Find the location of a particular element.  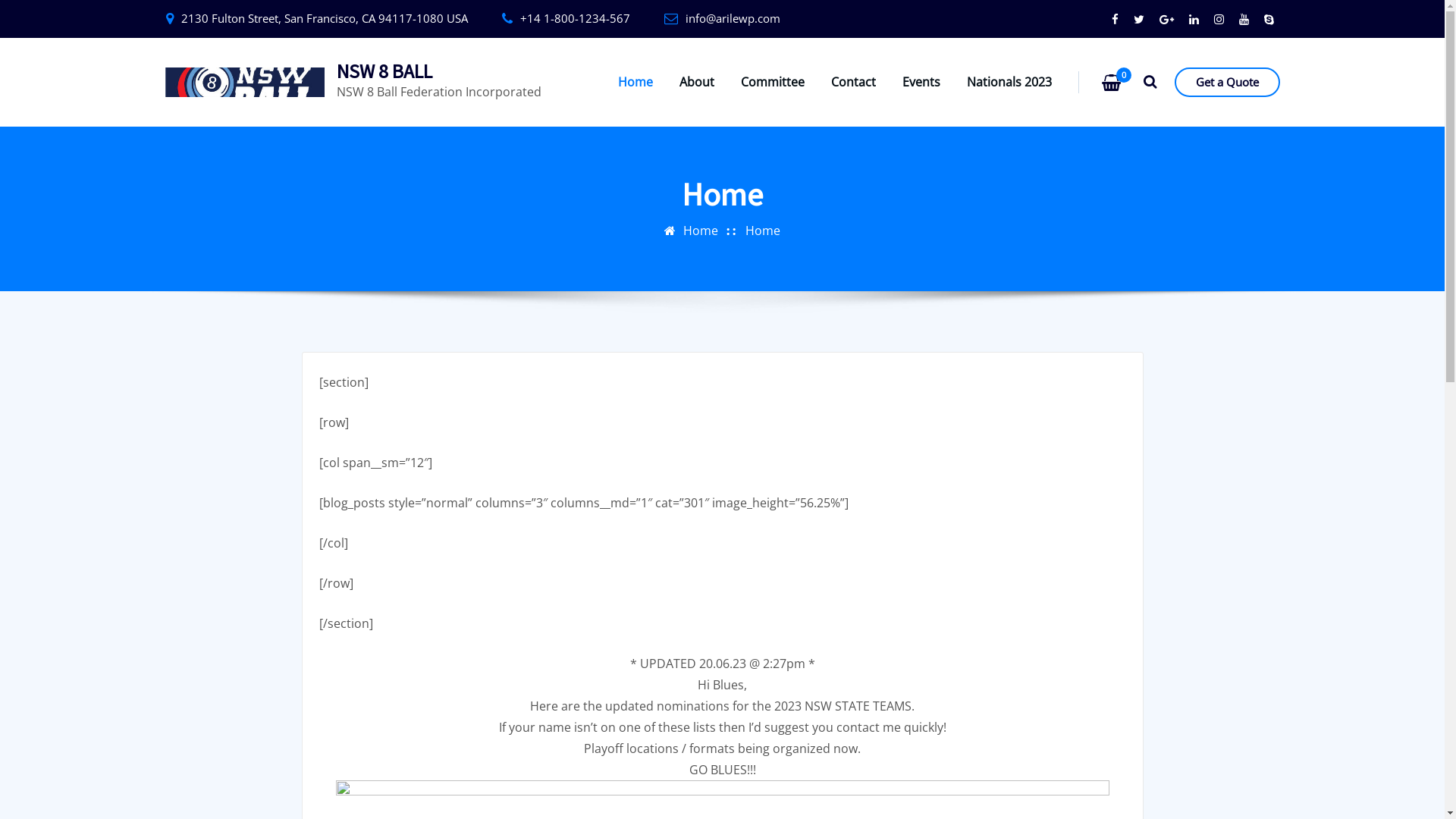

'info@arilewp.com' is located at coordinates (733, 17).